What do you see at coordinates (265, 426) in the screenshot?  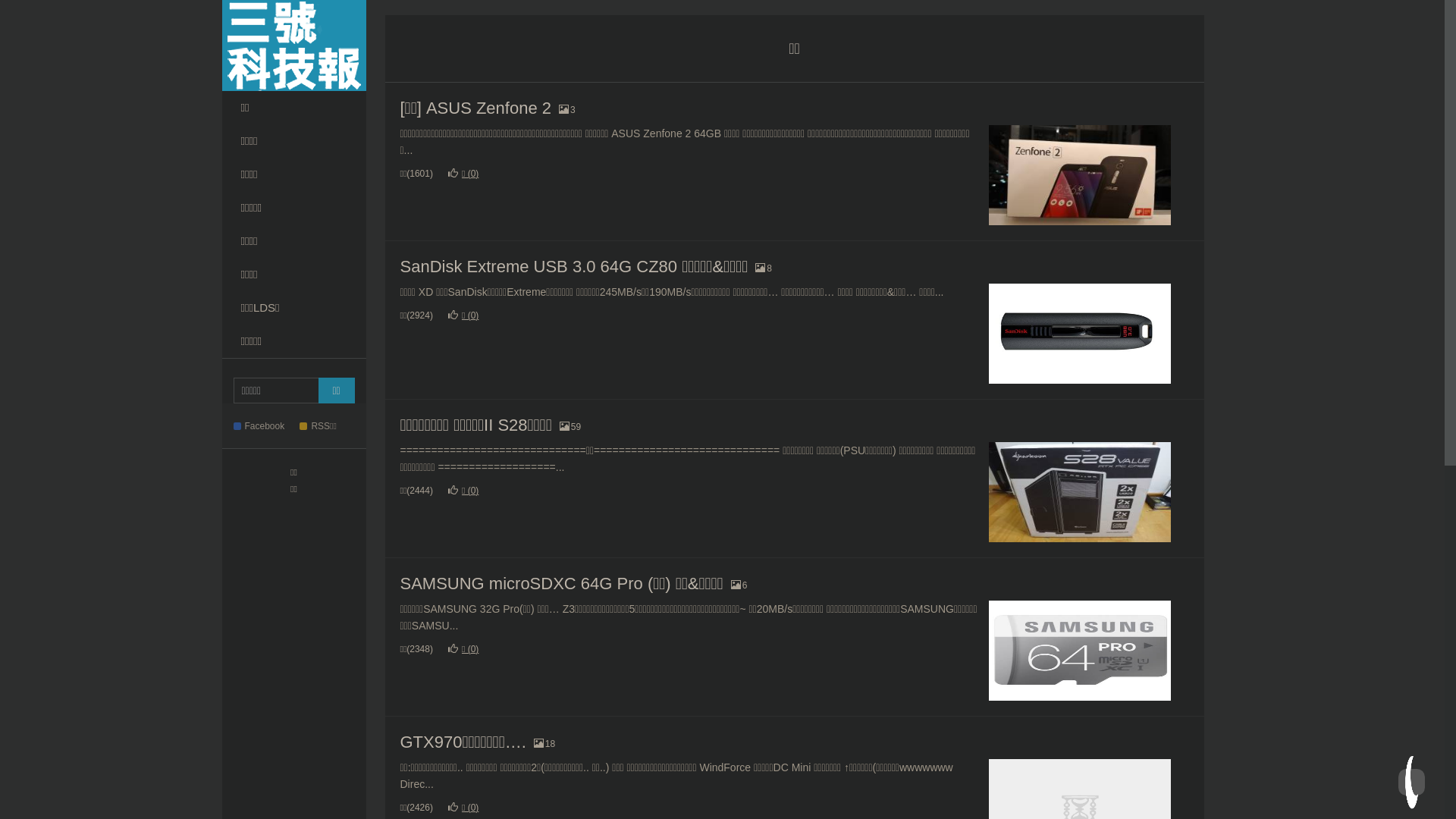 I see `'Facebook'` at bounding box center [265, 426].